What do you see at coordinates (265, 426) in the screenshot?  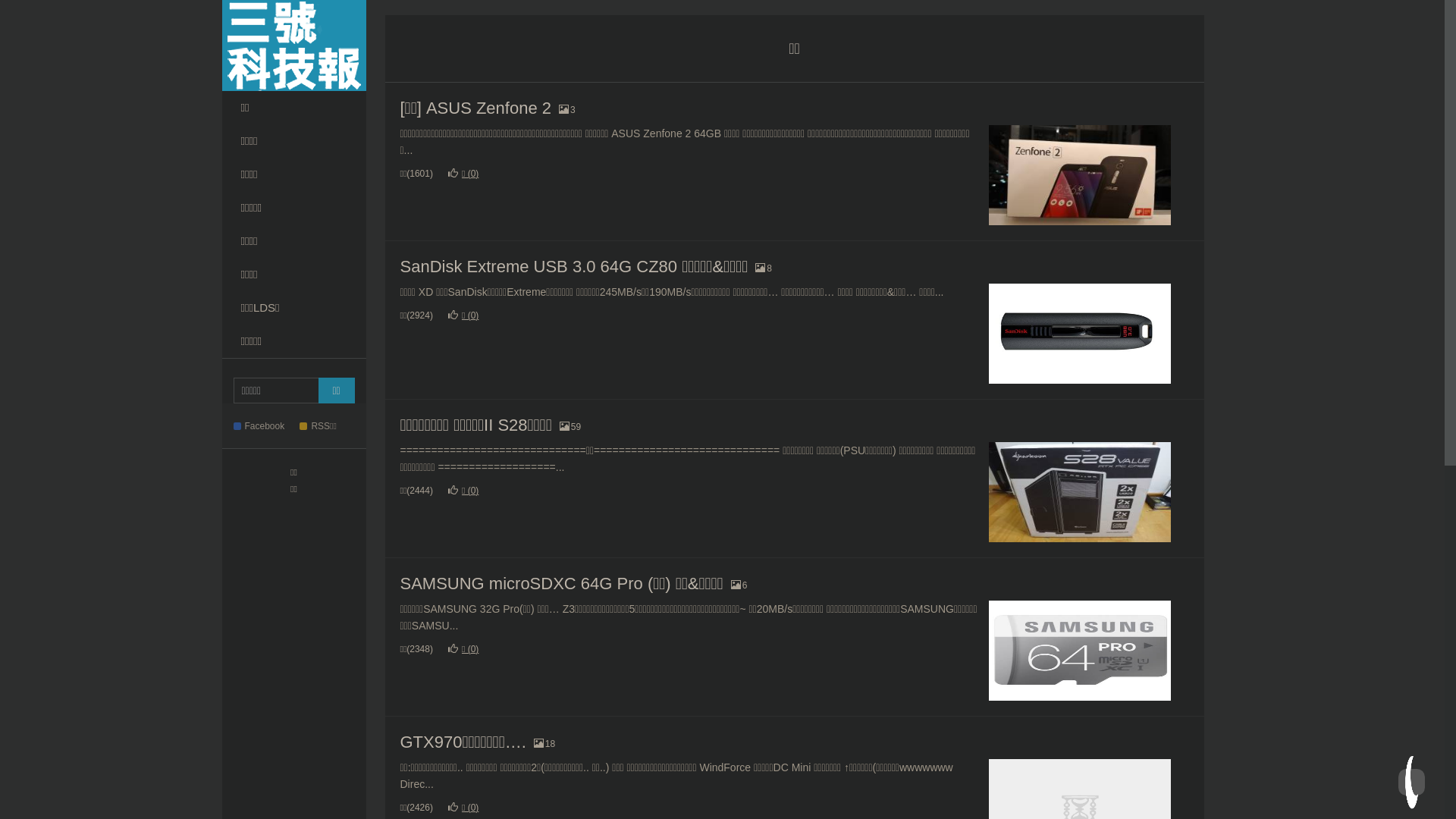 I see `'Facebook'` at bounding box center [265, 426].